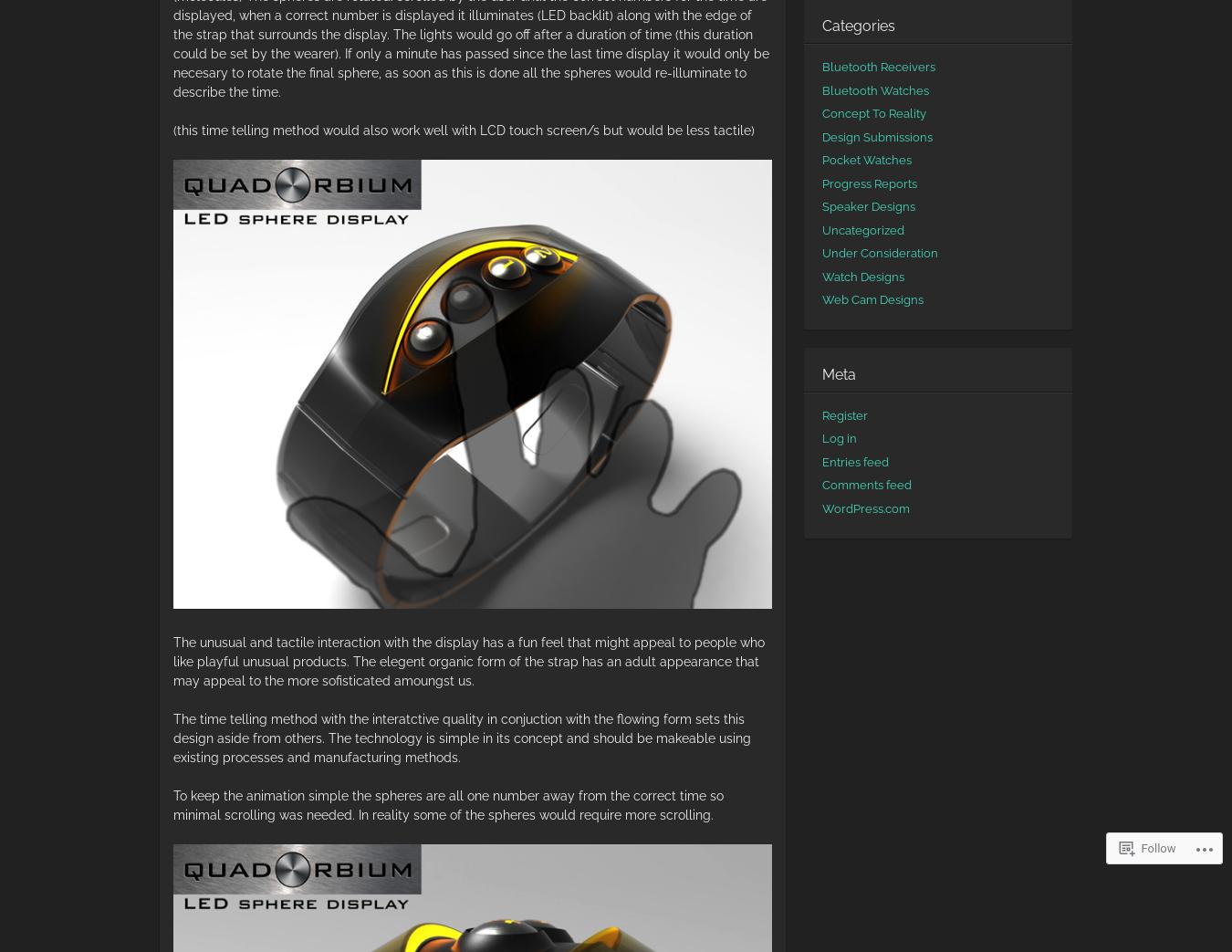 The height and width of the screenshot is (952, 1232). I want to click on 'Web Cam Designs', so click(821, 298).